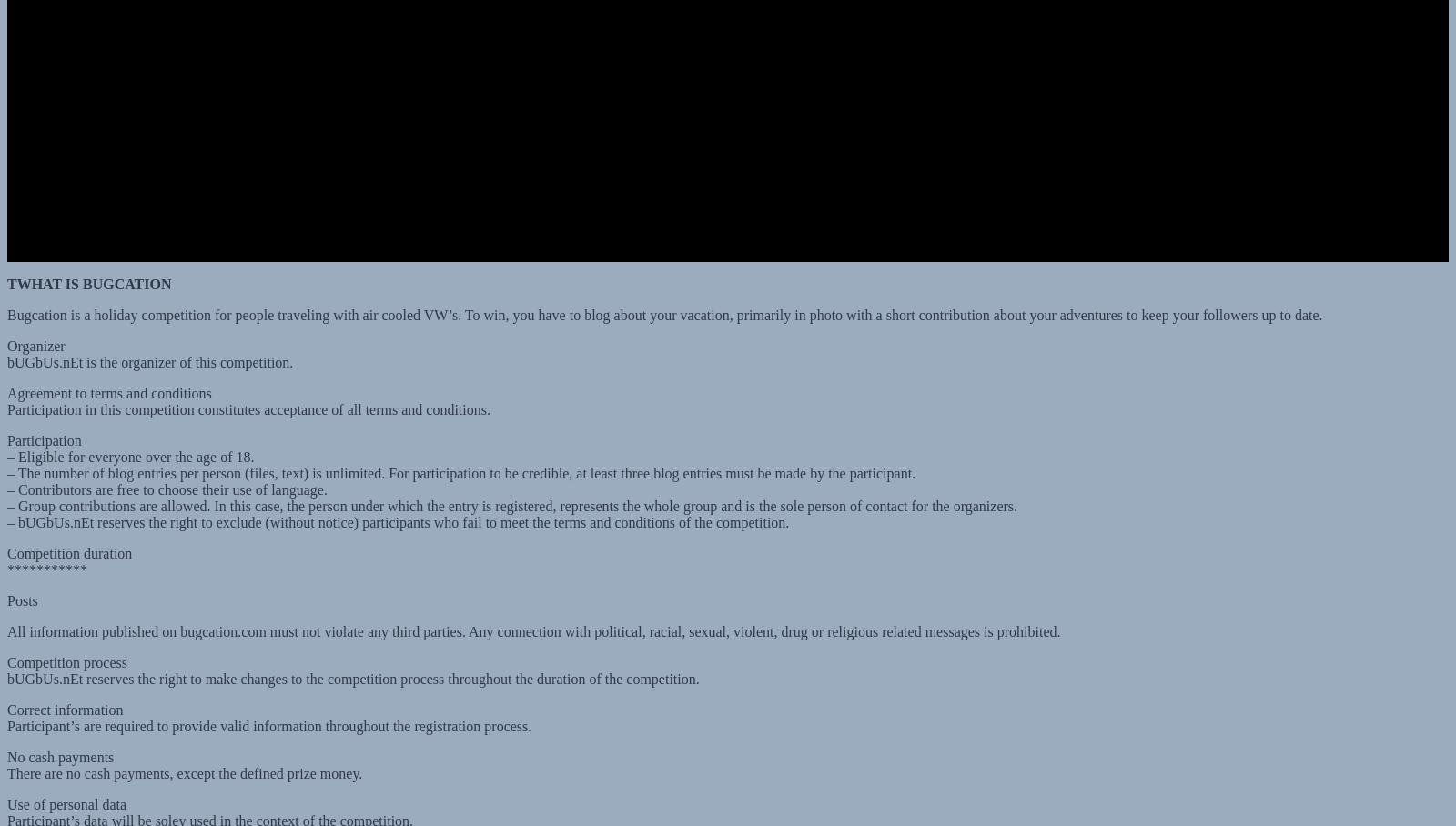 This screenshot has width=1456, height=826. What do you see at coordinates (6, 375) in the screenshot?
I see `'Agreement to terms and conditions'` at bounding box center [6, 375].